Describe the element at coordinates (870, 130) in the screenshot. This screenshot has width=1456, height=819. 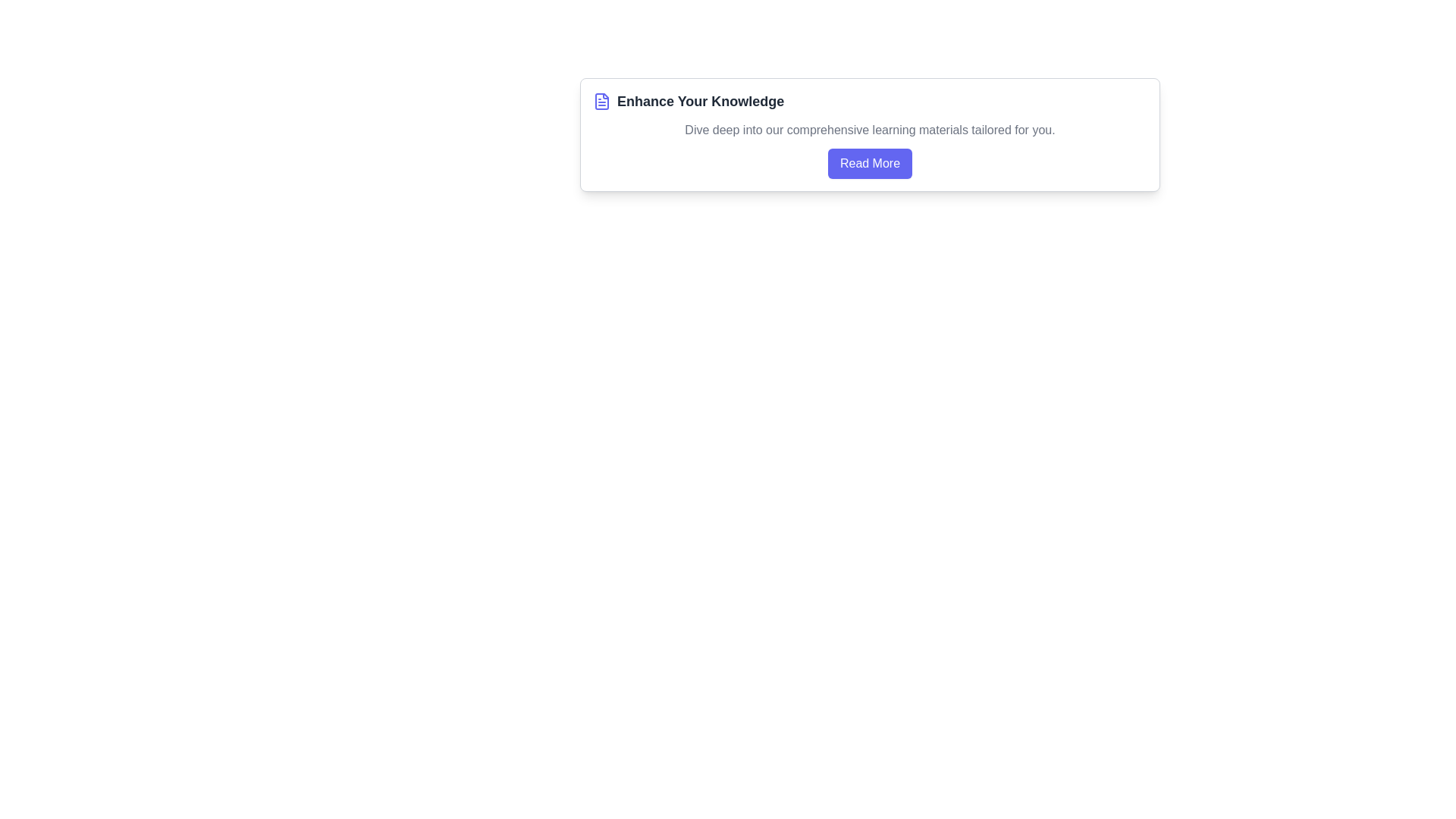
I see `text displayed in gray that says 'Dive deep into our comprehensive learning materials tailored for you.' located beneath the header 'Enhance Your Knowledge' and above the button labeled 'Read More'` at that location.